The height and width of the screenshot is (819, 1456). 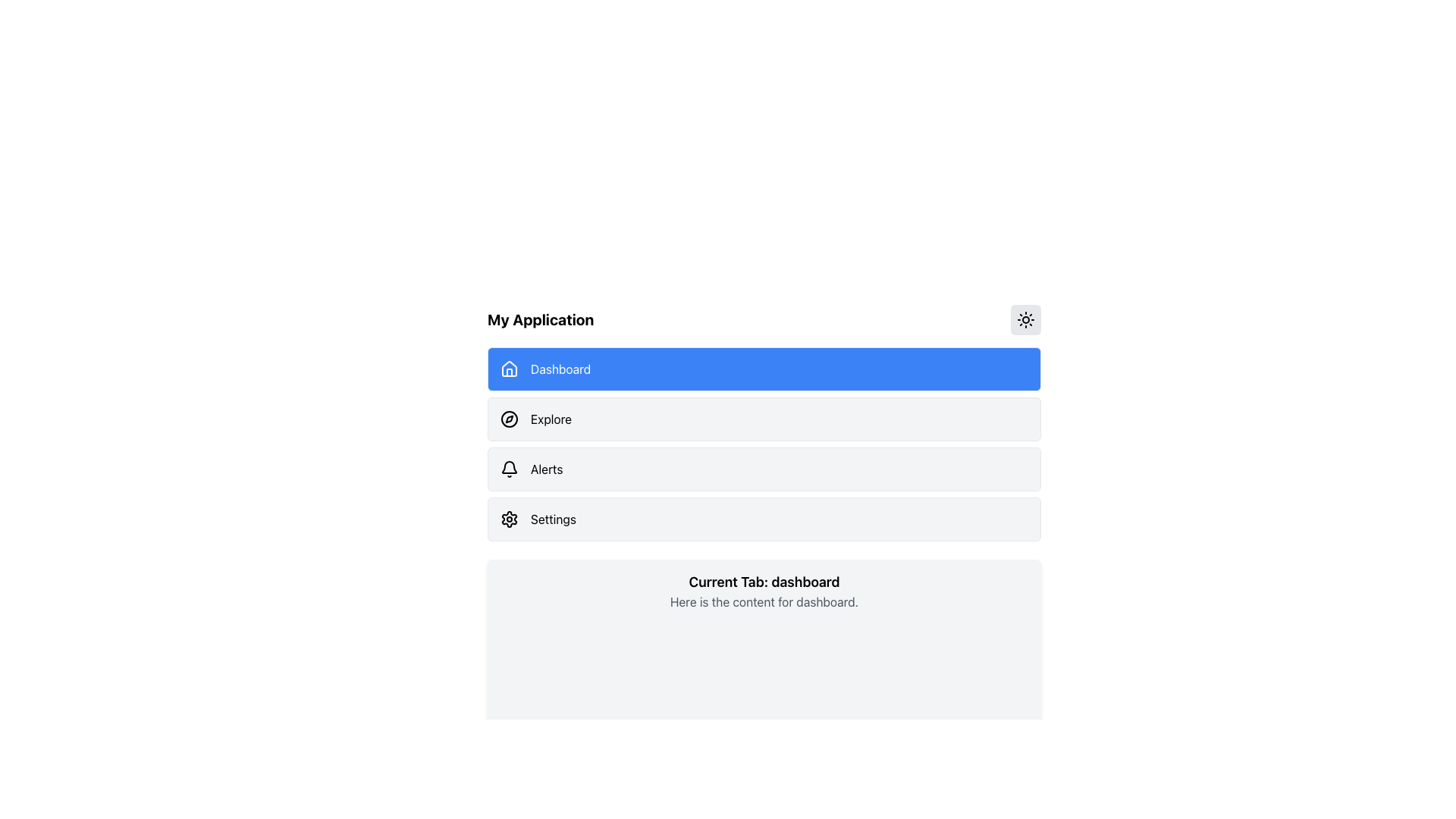 I want to click on circular component of the compass icon located in the second menu option labeled 'Explore', so click(x=510, y=419).